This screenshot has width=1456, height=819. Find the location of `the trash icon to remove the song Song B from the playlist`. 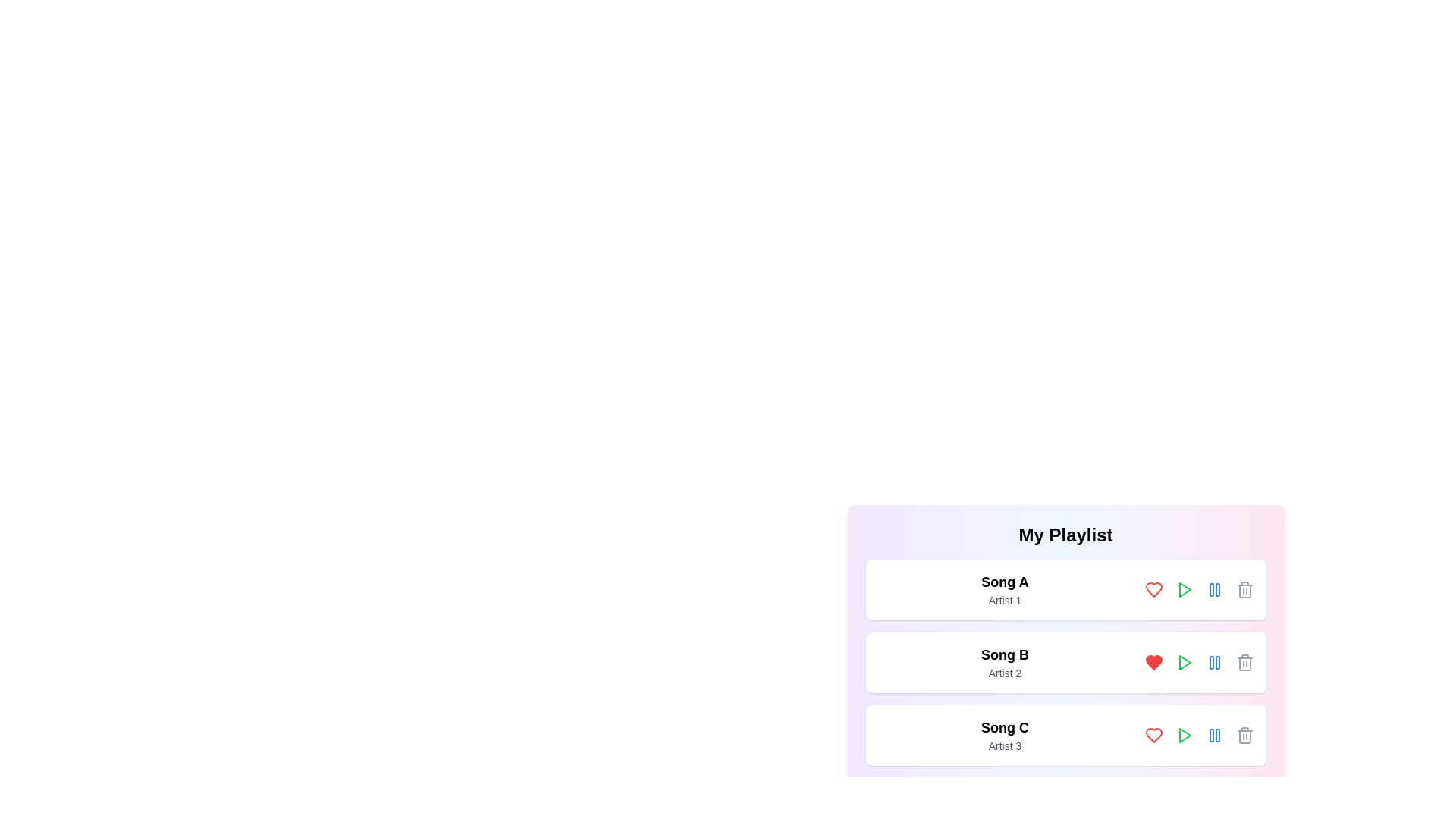

the trash icon to remove the song Song B from the playlist is located at coordinates (1244, 662).